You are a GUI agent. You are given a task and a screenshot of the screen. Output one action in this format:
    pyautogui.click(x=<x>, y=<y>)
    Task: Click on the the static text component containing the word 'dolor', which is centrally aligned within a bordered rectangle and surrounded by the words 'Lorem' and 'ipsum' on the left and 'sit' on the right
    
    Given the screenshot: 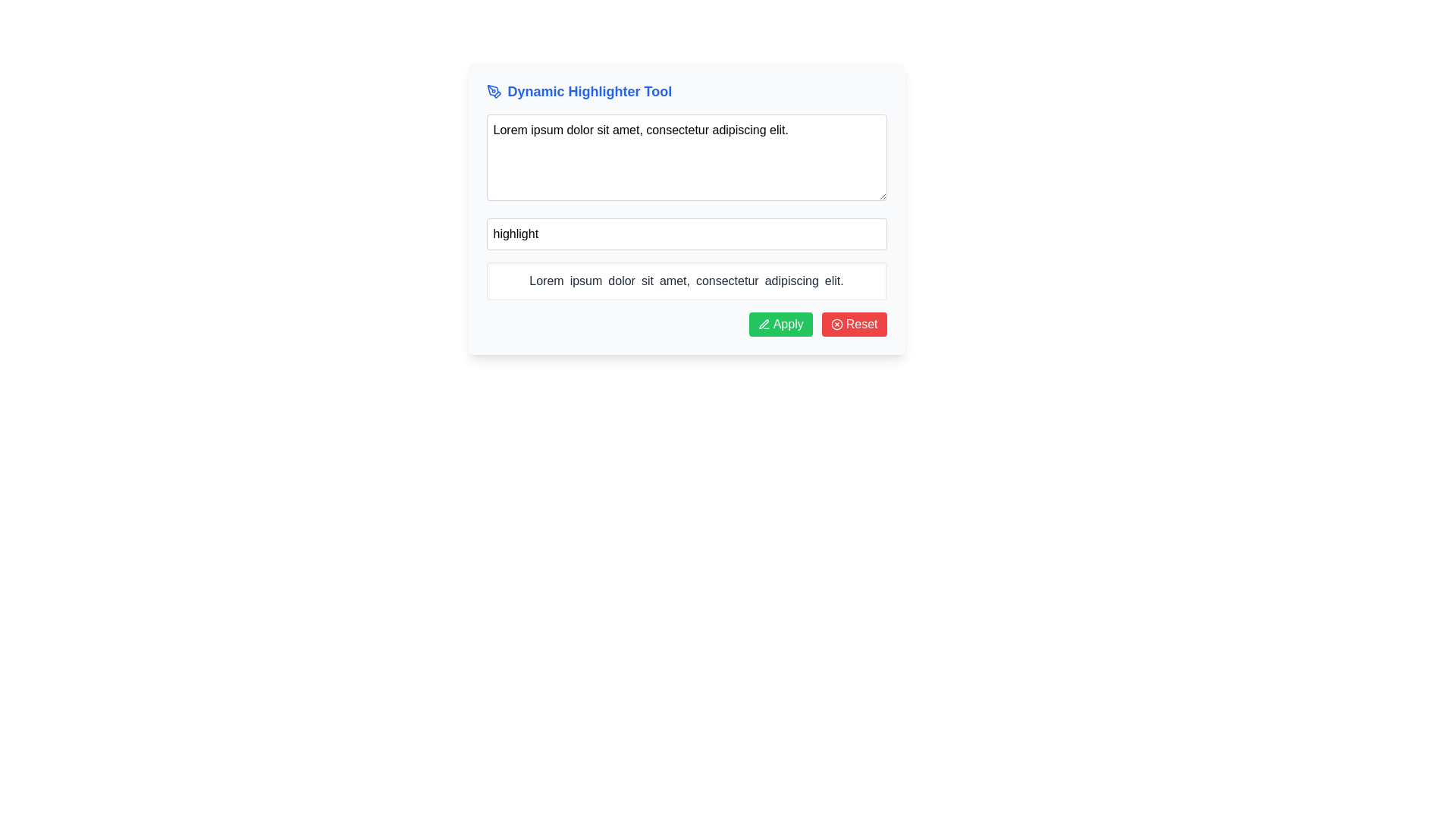 What is the action you would take?
    pyautogui.click(x=622, y=281)
    